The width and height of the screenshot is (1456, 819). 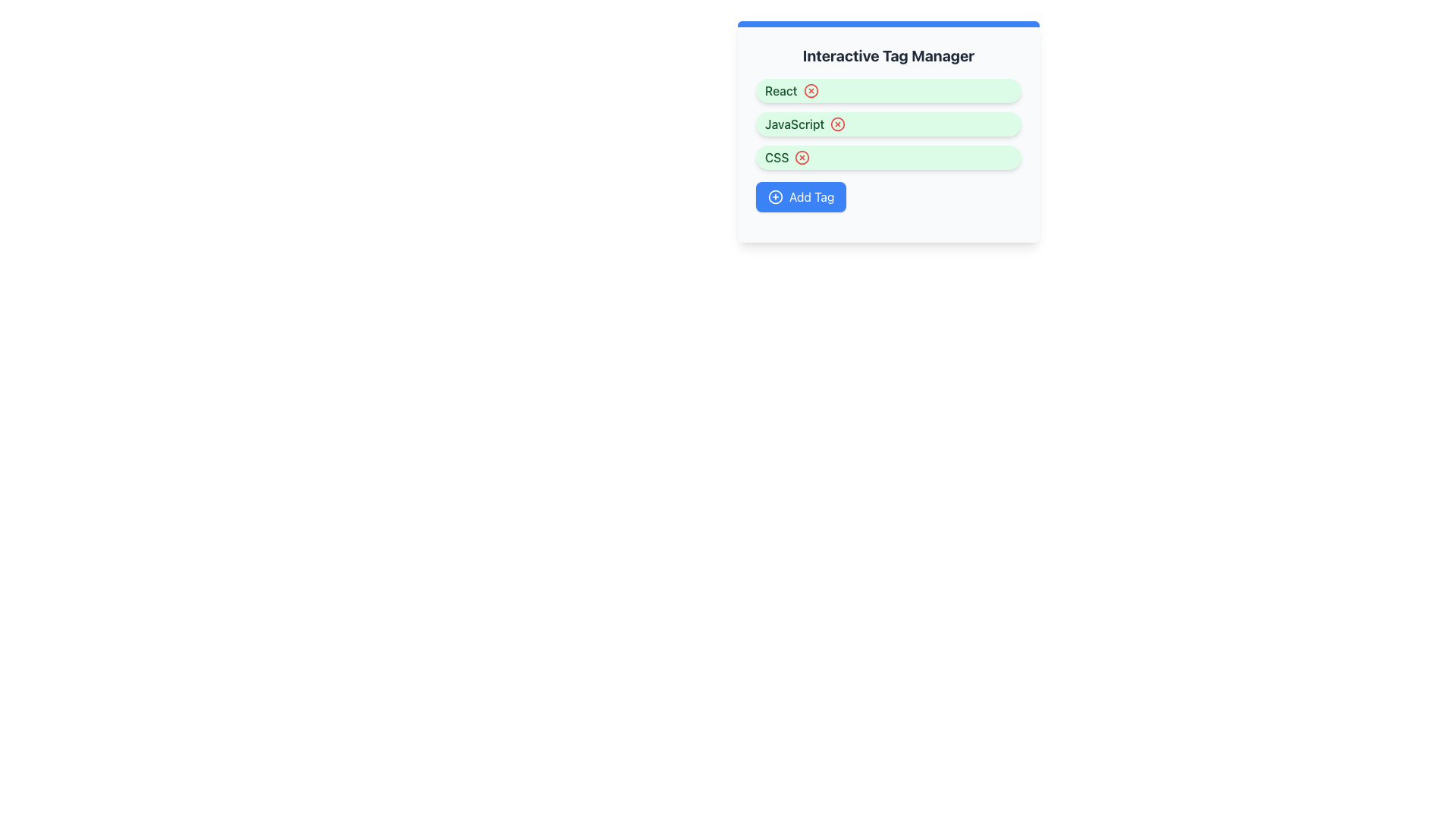 What do you see at coordinates (775, 196) in the screenshot?
I see `the icon located to the immediate left of the 'Add Tag' text within the 'Add Tag' button, which is positioned below the list of tags` at bounding box center [775, 196].